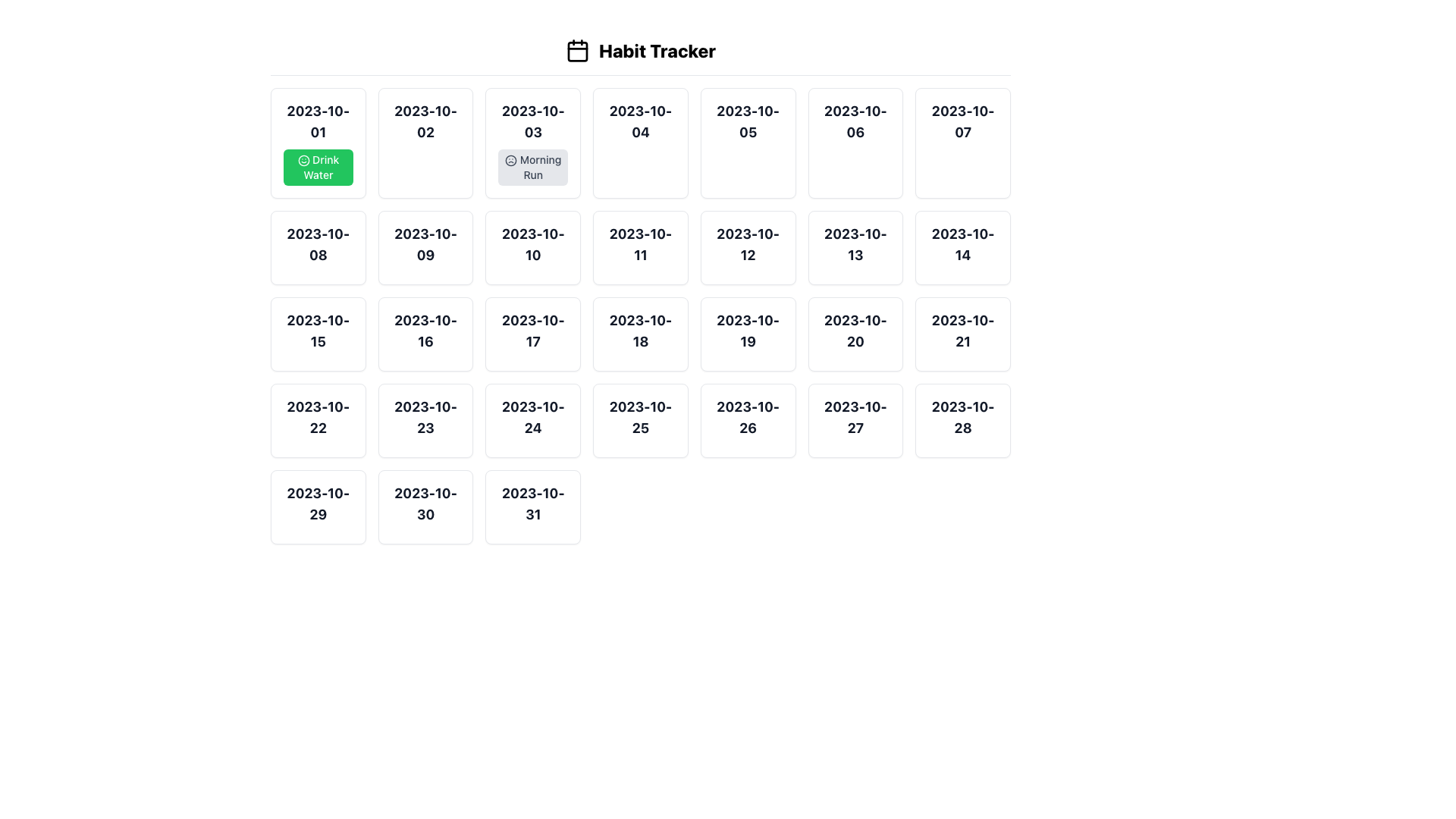 This screenshot has width=1456, height=819. I want to click on the Text Label displaying the date '2023-10-28' in bold, large dark gray font, located in the habit tracker interface, so click(962, 418).